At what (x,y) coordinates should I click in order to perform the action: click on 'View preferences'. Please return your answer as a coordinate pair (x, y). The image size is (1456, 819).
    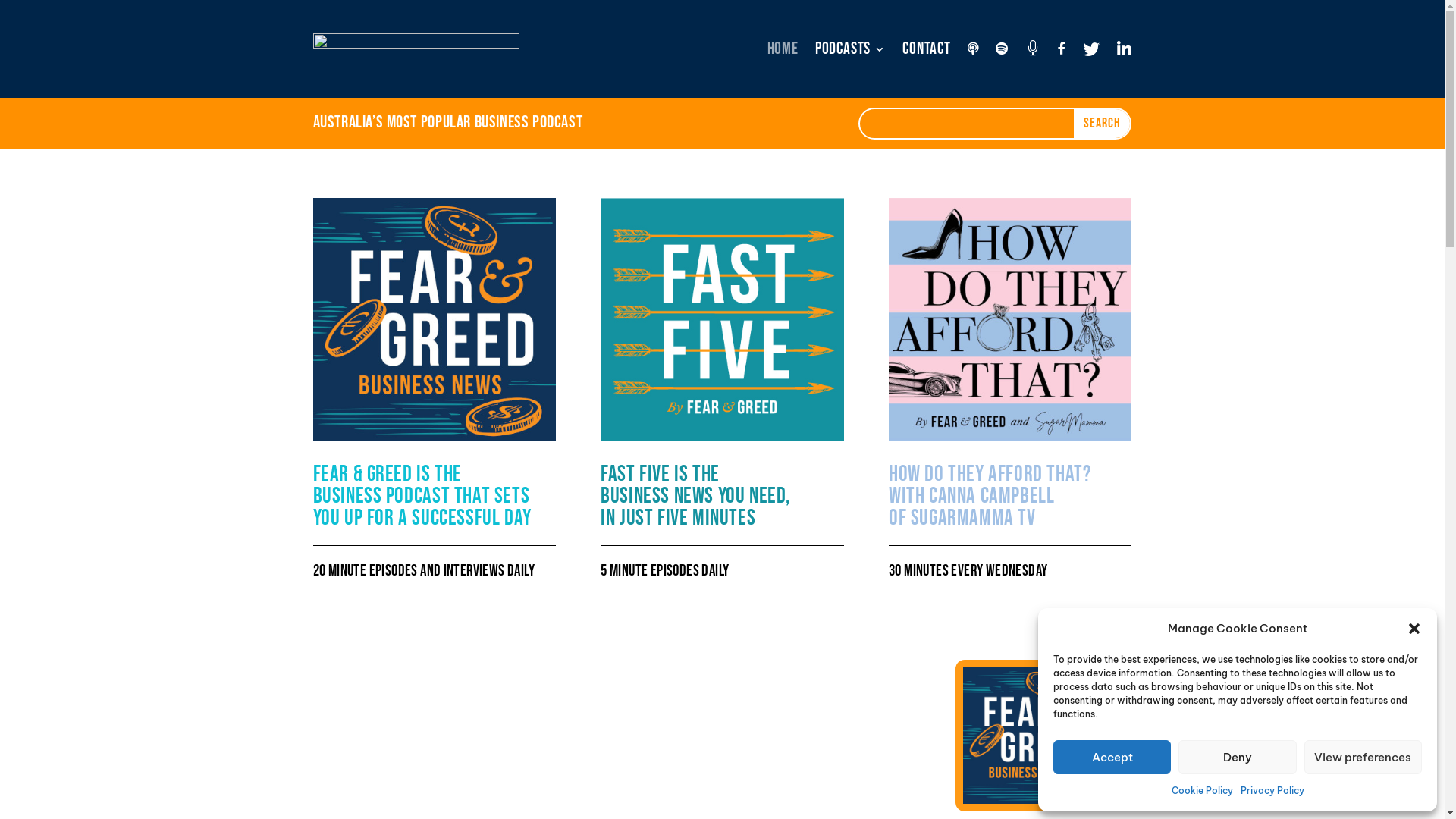
    Looking at the image, I should click on (1363, 757).